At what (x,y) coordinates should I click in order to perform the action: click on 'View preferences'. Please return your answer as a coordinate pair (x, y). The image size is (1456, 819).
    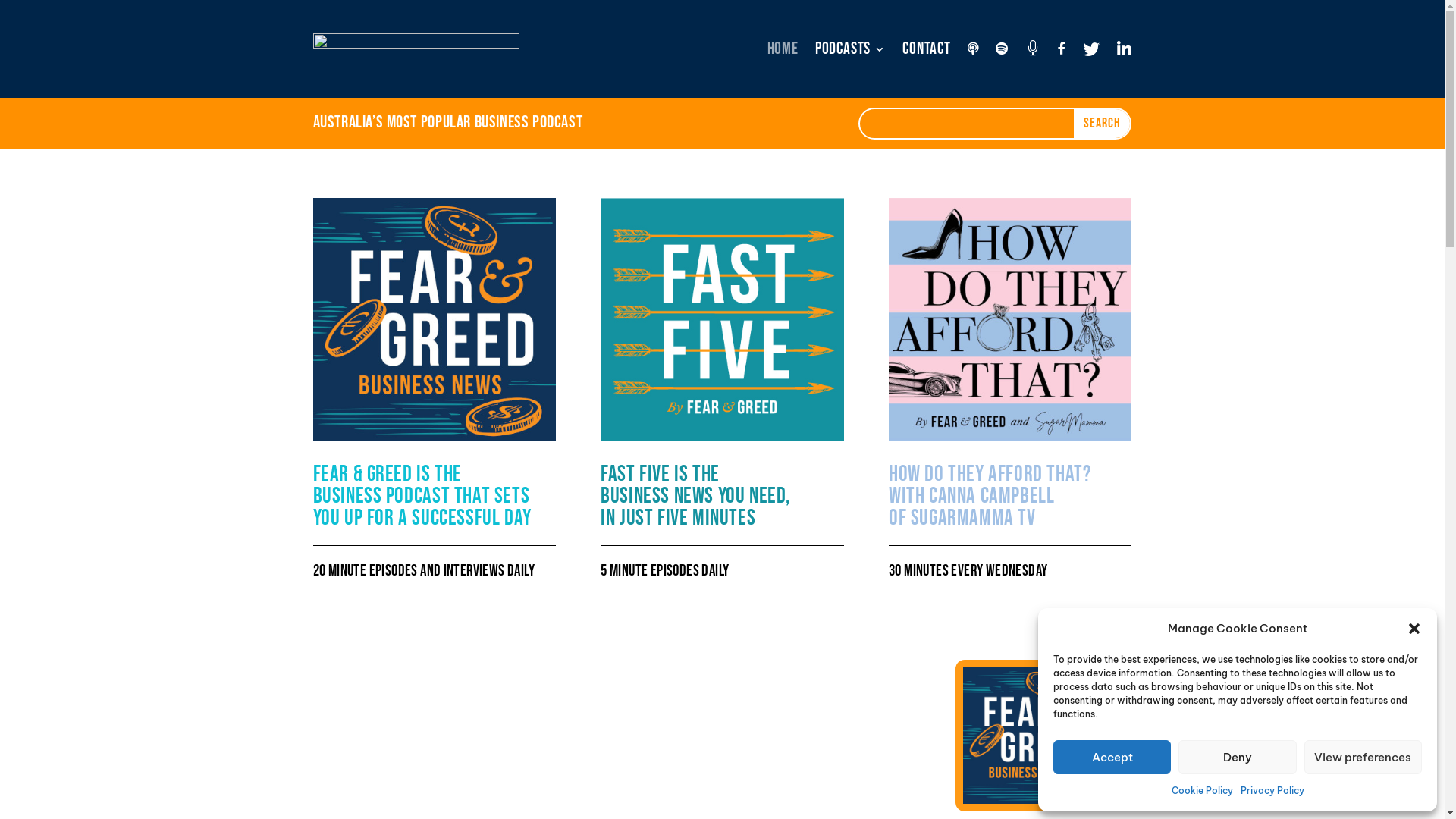
    Looking at the image, I should click on (1363, 757).